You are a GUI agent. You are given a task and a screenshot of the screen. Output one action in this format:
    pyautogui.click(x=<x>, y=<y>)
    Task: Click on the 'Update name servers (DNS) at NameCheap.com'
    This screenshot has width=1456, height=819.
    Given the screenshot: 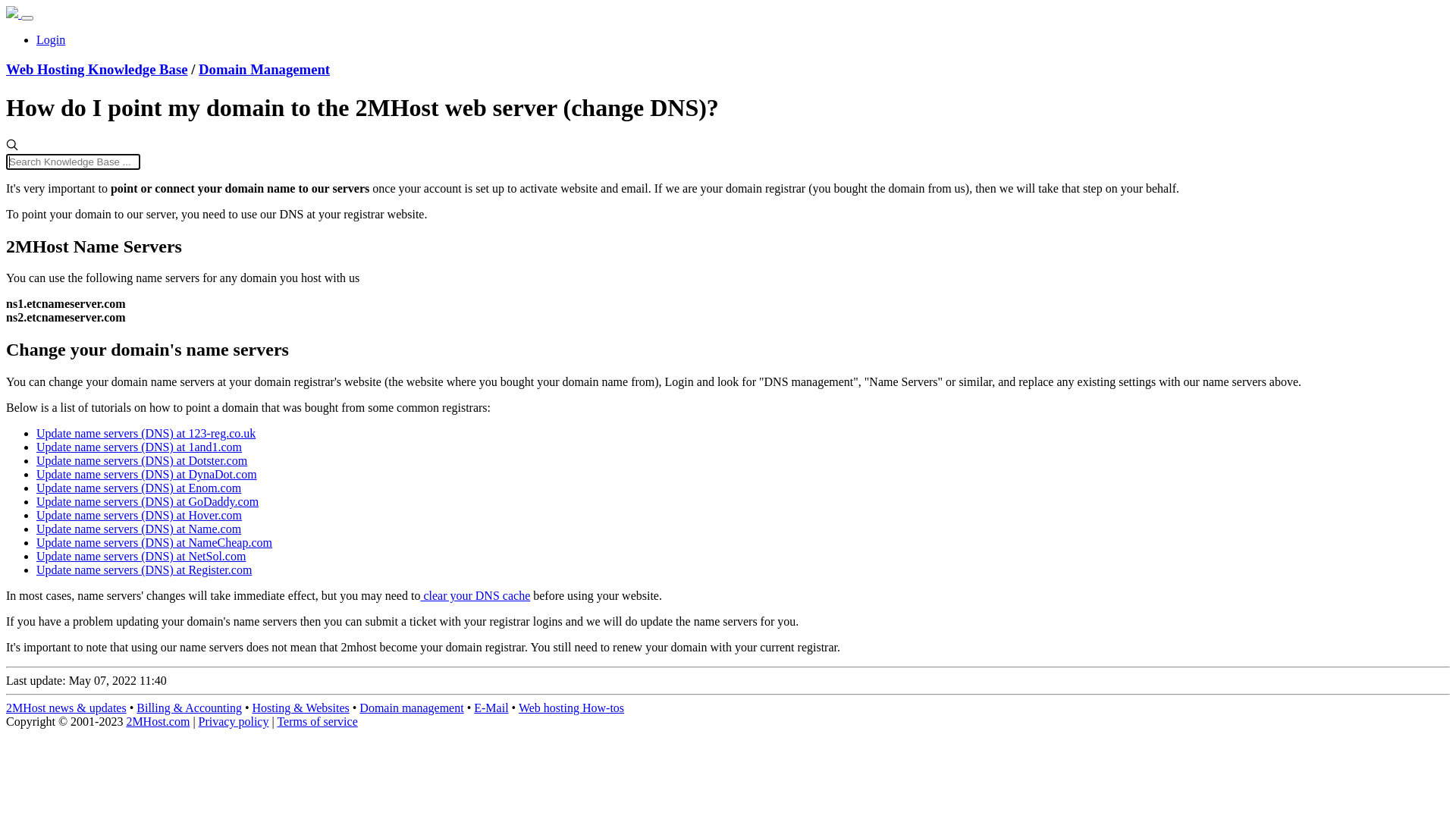 What is the action you would take?
    pyautogui.click(x=36, y=541)
    